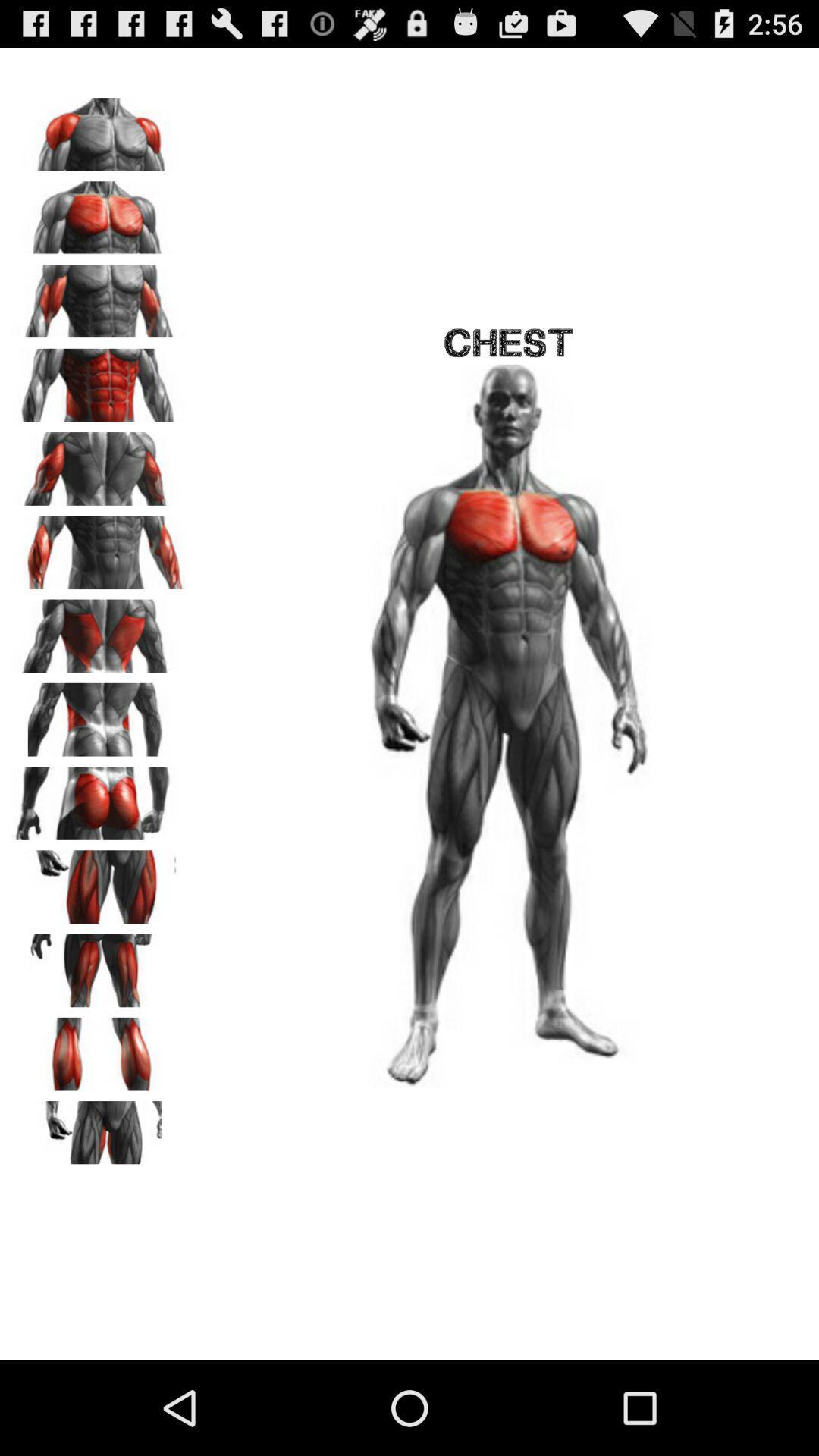 This screenshot has height=1456, width=819. Describe the element at coordinates (99, 463) in the screenshot. I see `back` at that location.